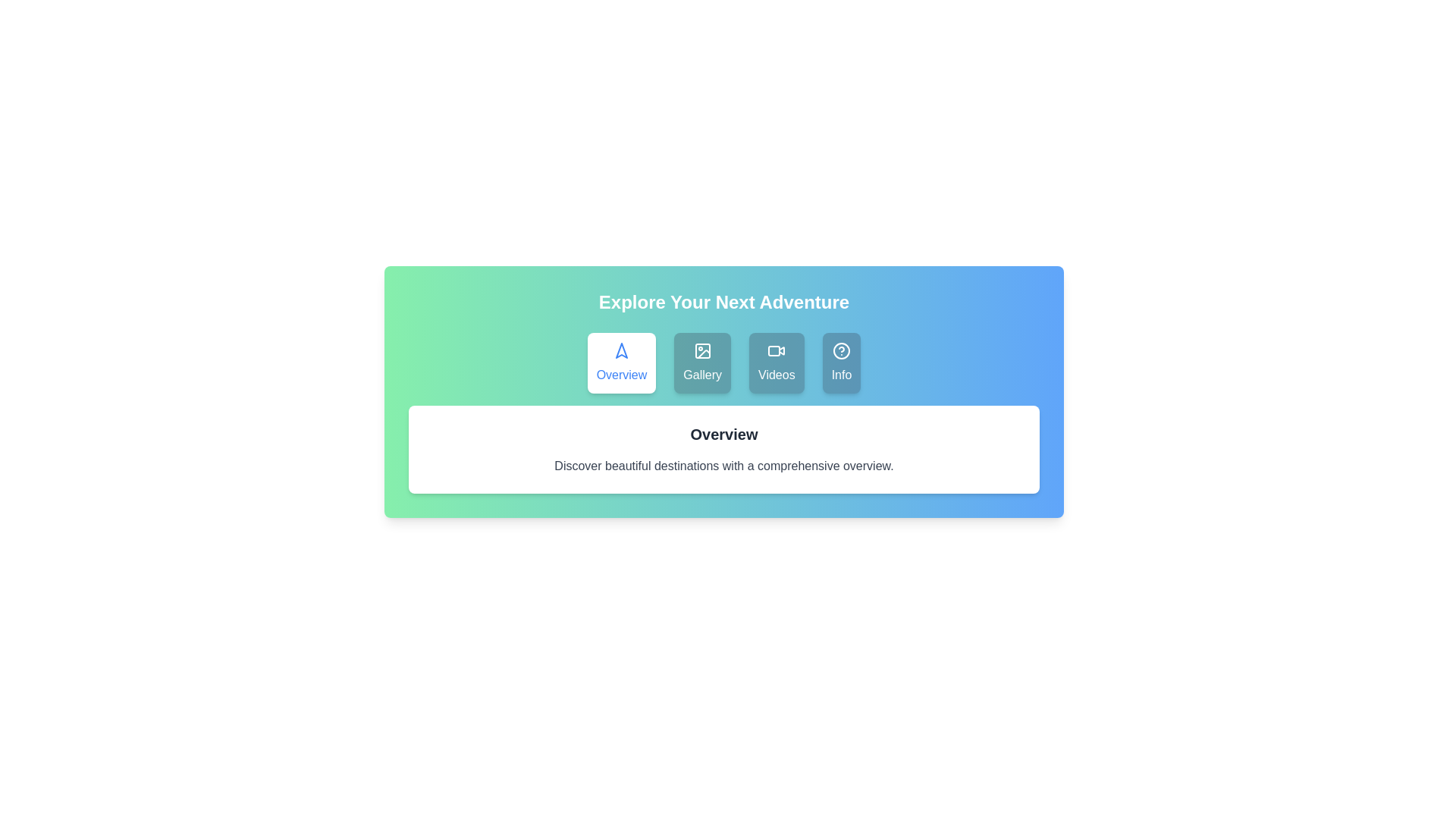  I want to click on the tab labeled Info by clicking on it, so click(840, 362).